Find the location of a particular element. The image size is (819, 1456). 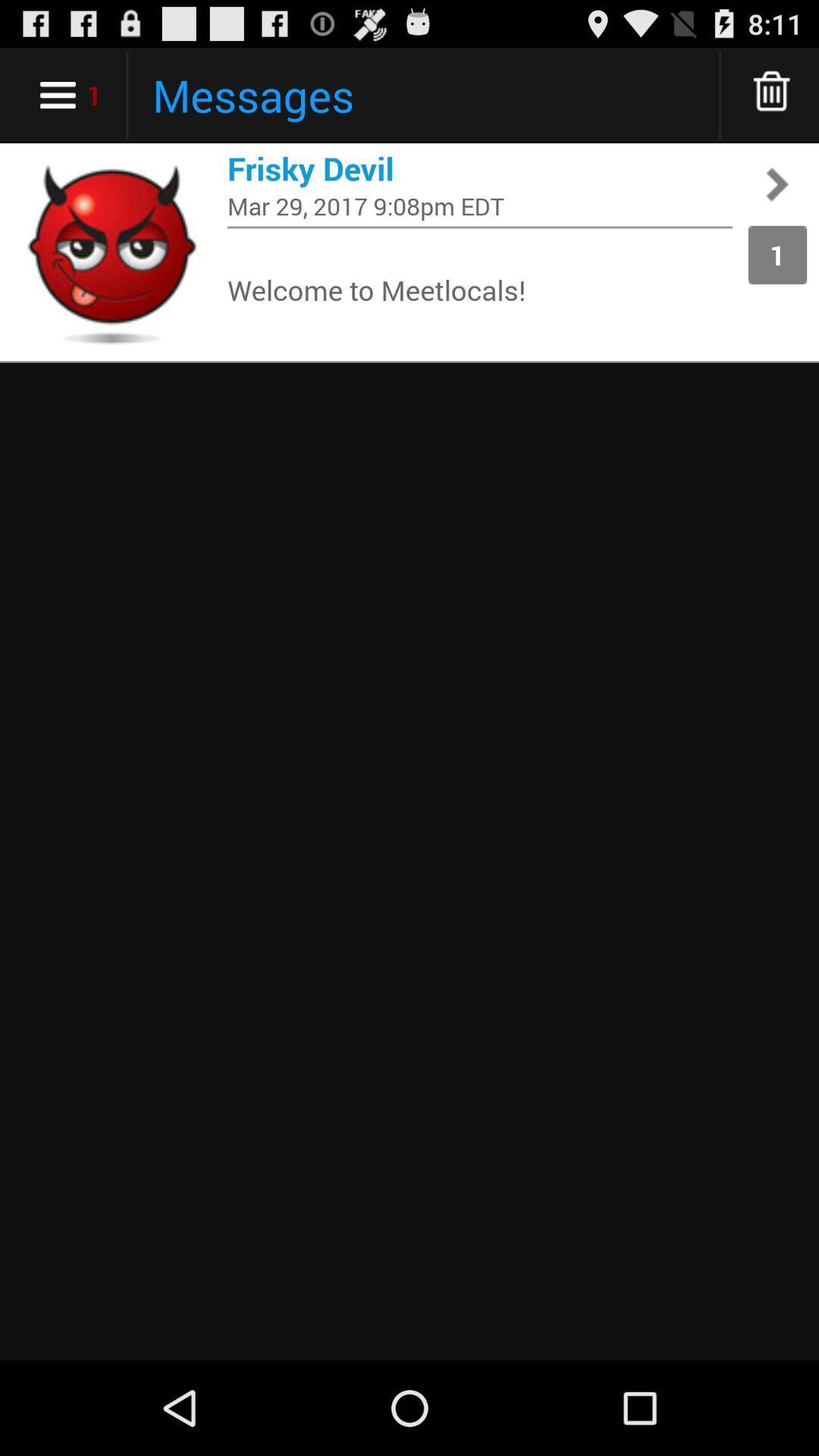

the app above welcome to meetlocals is located at coordinates (479, 226).